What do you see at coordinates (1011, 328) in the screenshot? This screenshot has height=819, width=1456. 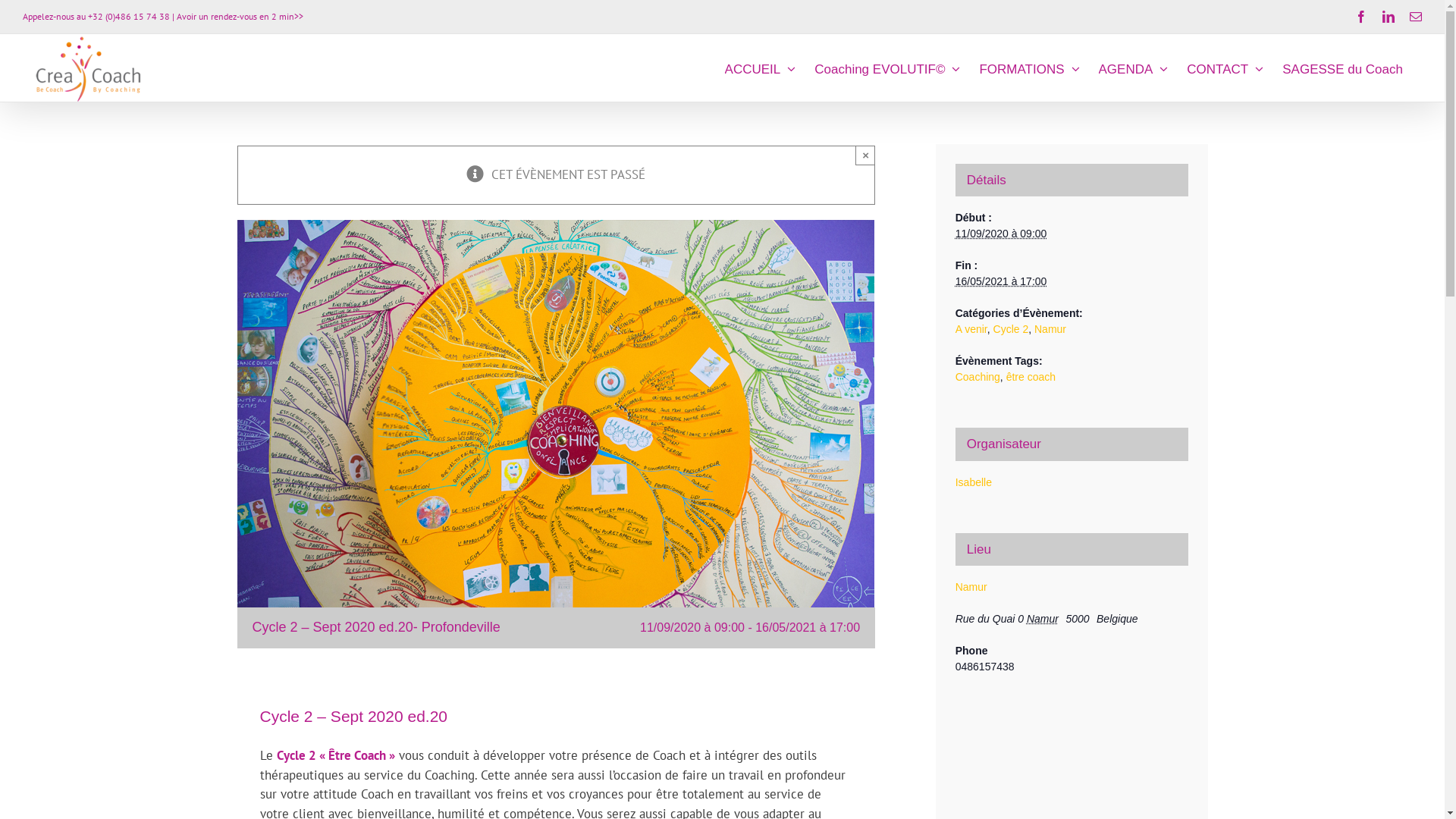 I see `'Cycle 2'` at bounding box center [1011, 328].